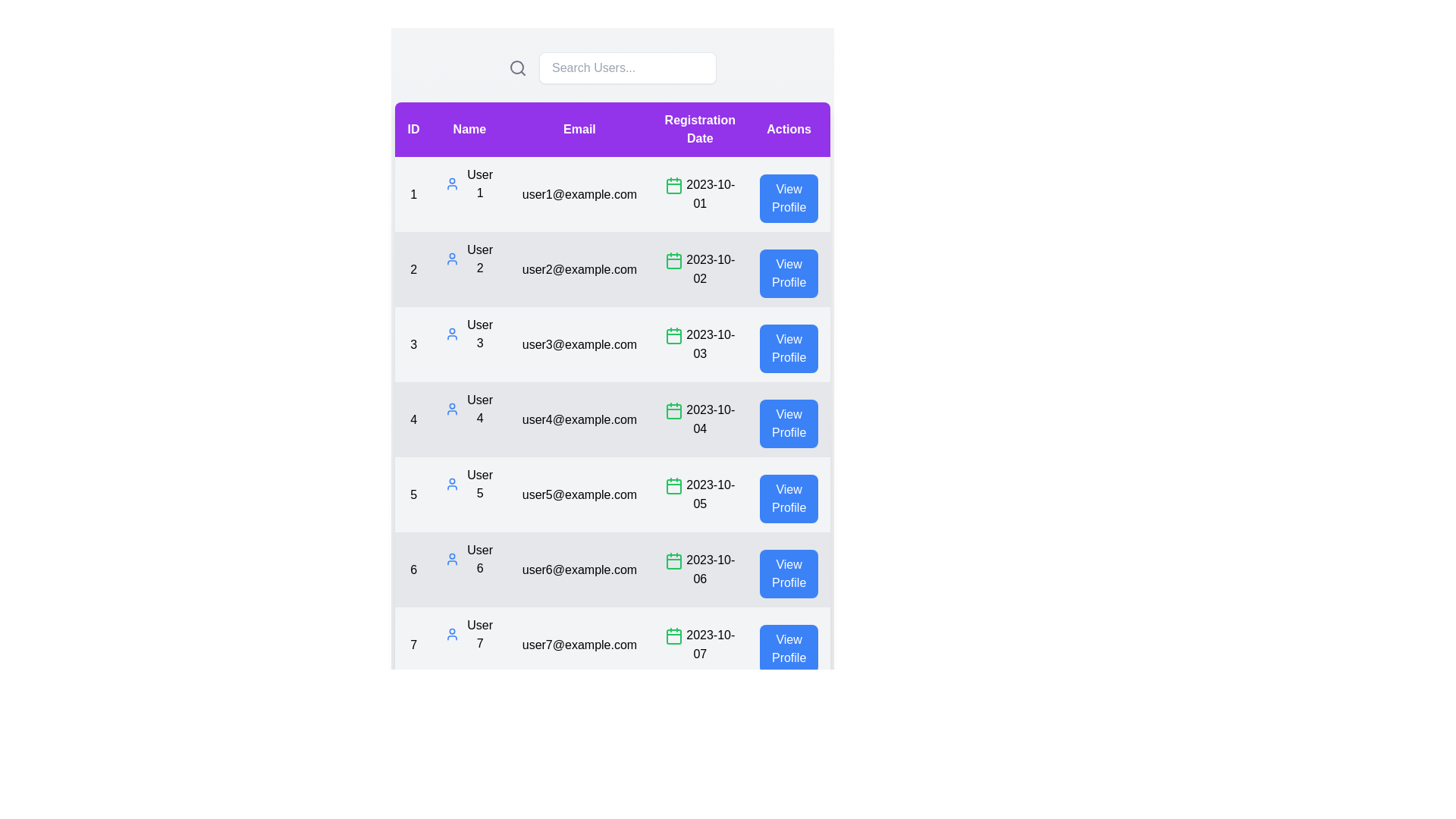  Describe the element at coordinates (451, 635) in the screenshot. I see `the user profile icon for user 7` at that location.